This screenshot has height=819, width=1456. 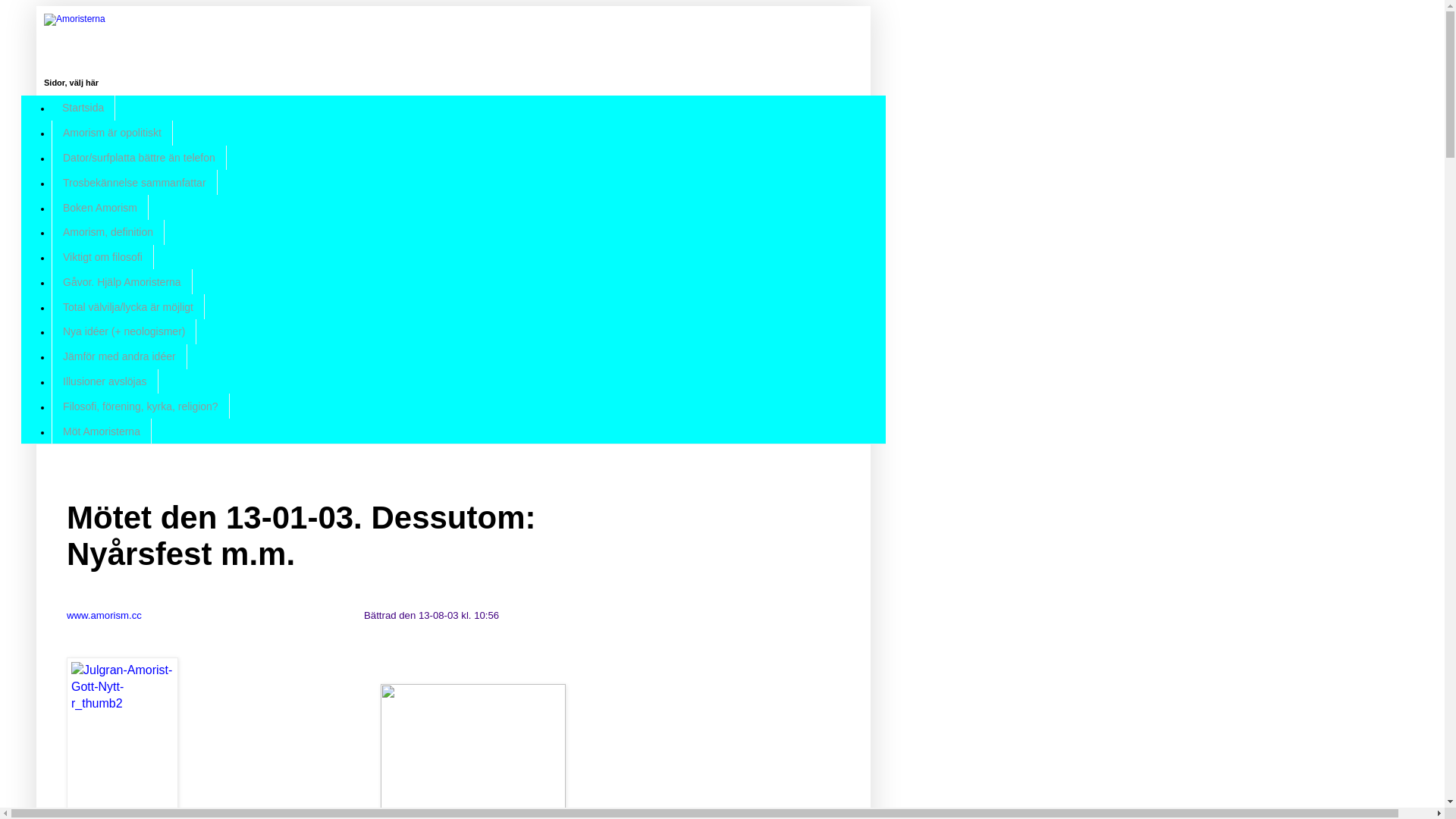 What do you see at coordinates (51, 107) in the screenshot?
I see `'Startsida'` at bounding box center [51, 107].